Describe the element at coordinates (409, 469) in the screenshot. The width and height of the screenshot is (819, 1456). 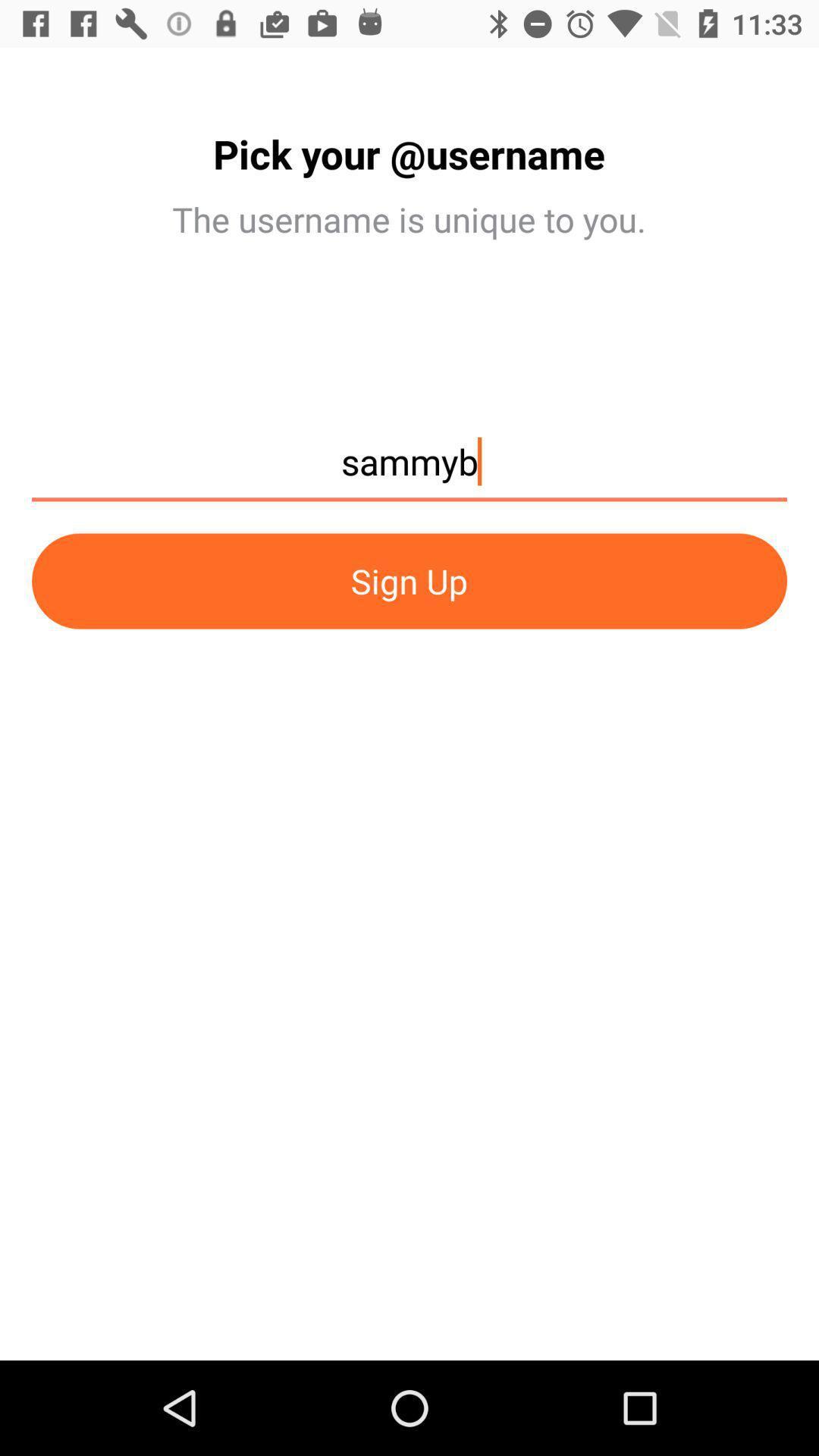
I see `the sammyb item` at that location.